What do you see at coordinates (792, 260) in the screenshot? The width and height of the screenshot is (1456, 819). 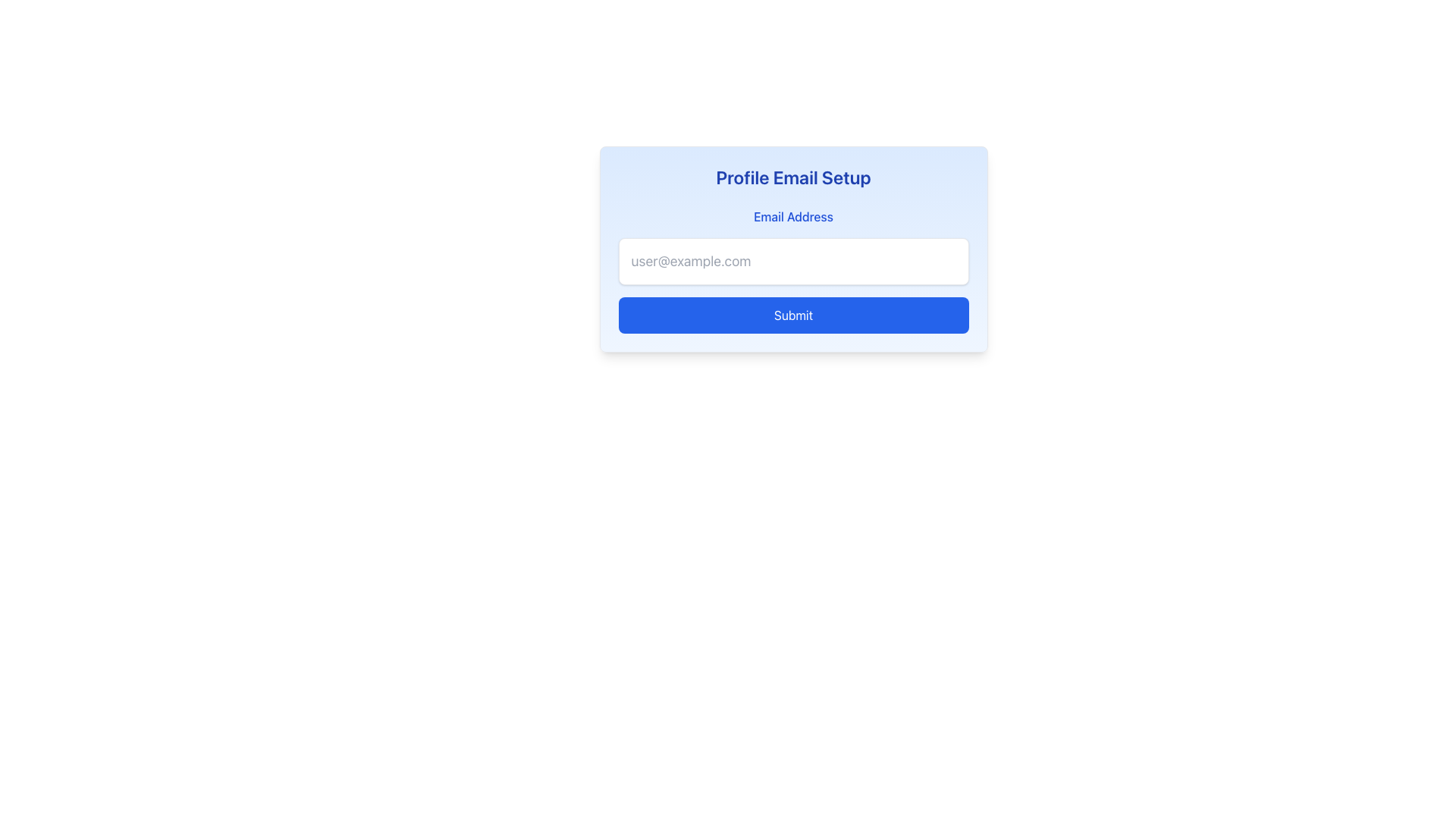 I see `the email address input field to focus it for user input` at bounding box center [792, 260].